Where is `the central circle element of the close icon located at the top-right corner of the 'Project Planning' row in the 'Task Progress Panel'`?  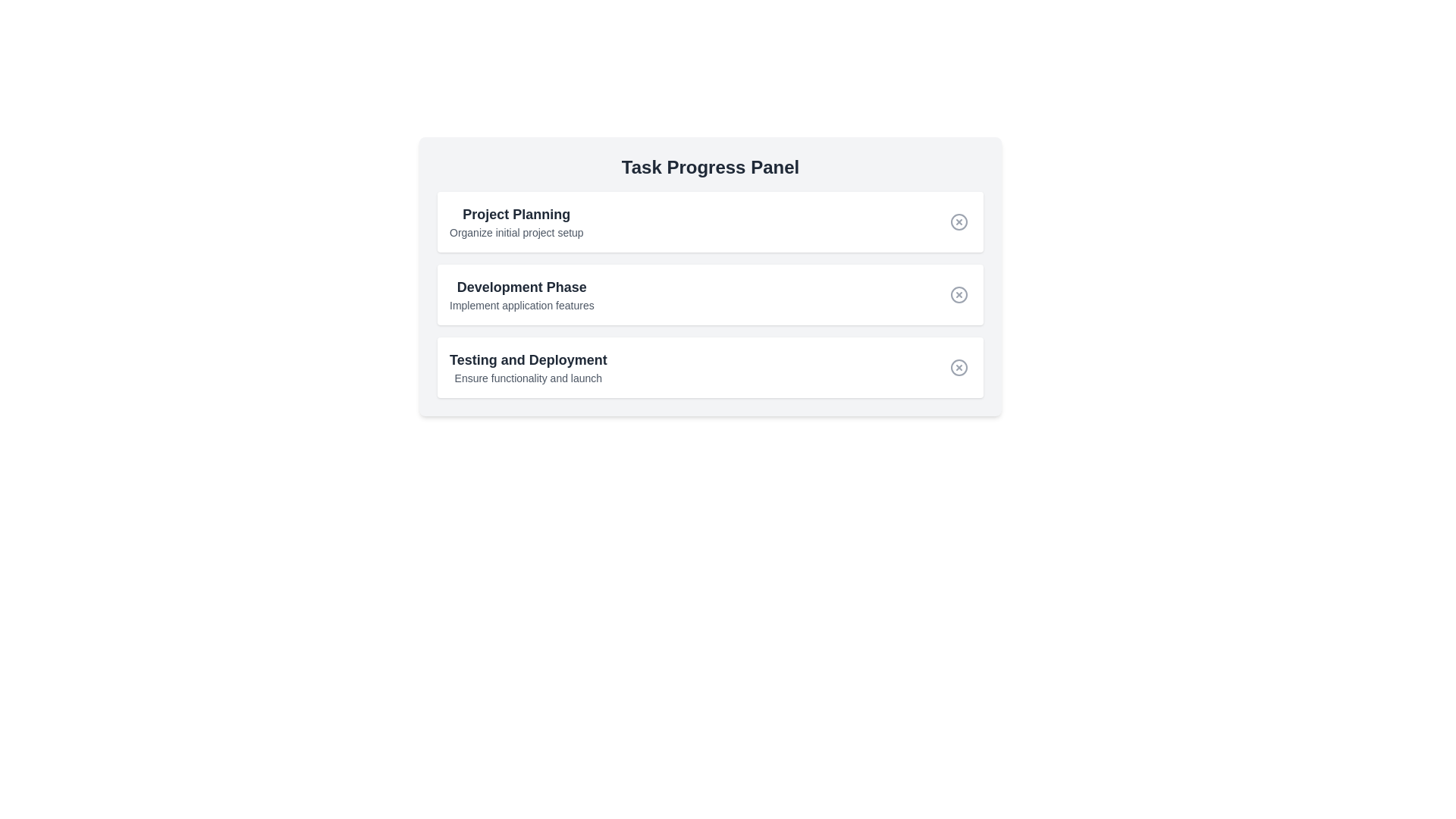 the central circle element of the close icon located at the top-right corner of the 'Project Planning' row in the 'Task Progress Panel' is located at coordinates (959, 222).